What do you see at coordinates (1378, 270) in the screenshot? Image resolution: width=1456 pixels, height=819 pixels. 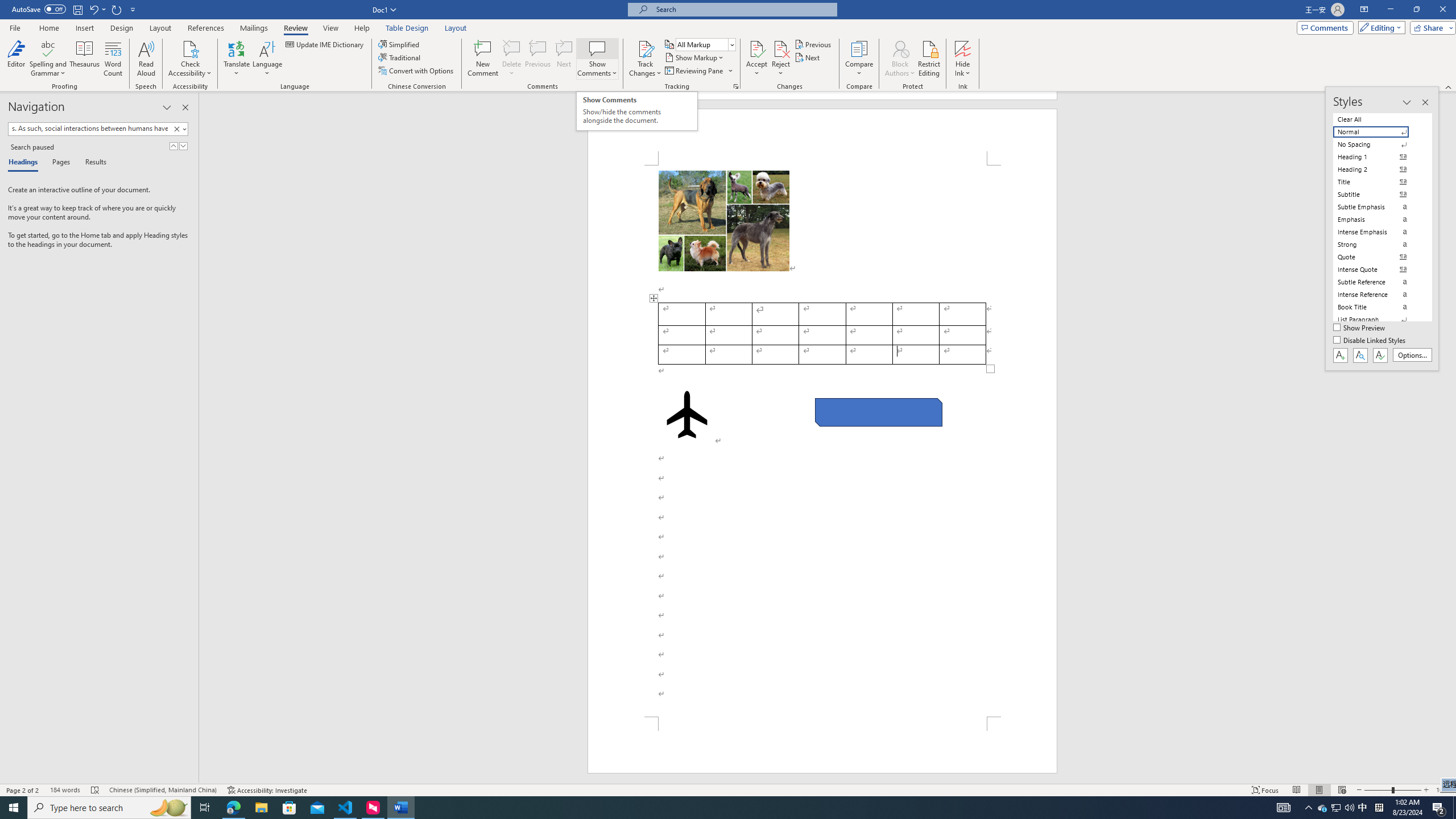 I see `'Intense Quote'` at bounding box center [1378, 270].